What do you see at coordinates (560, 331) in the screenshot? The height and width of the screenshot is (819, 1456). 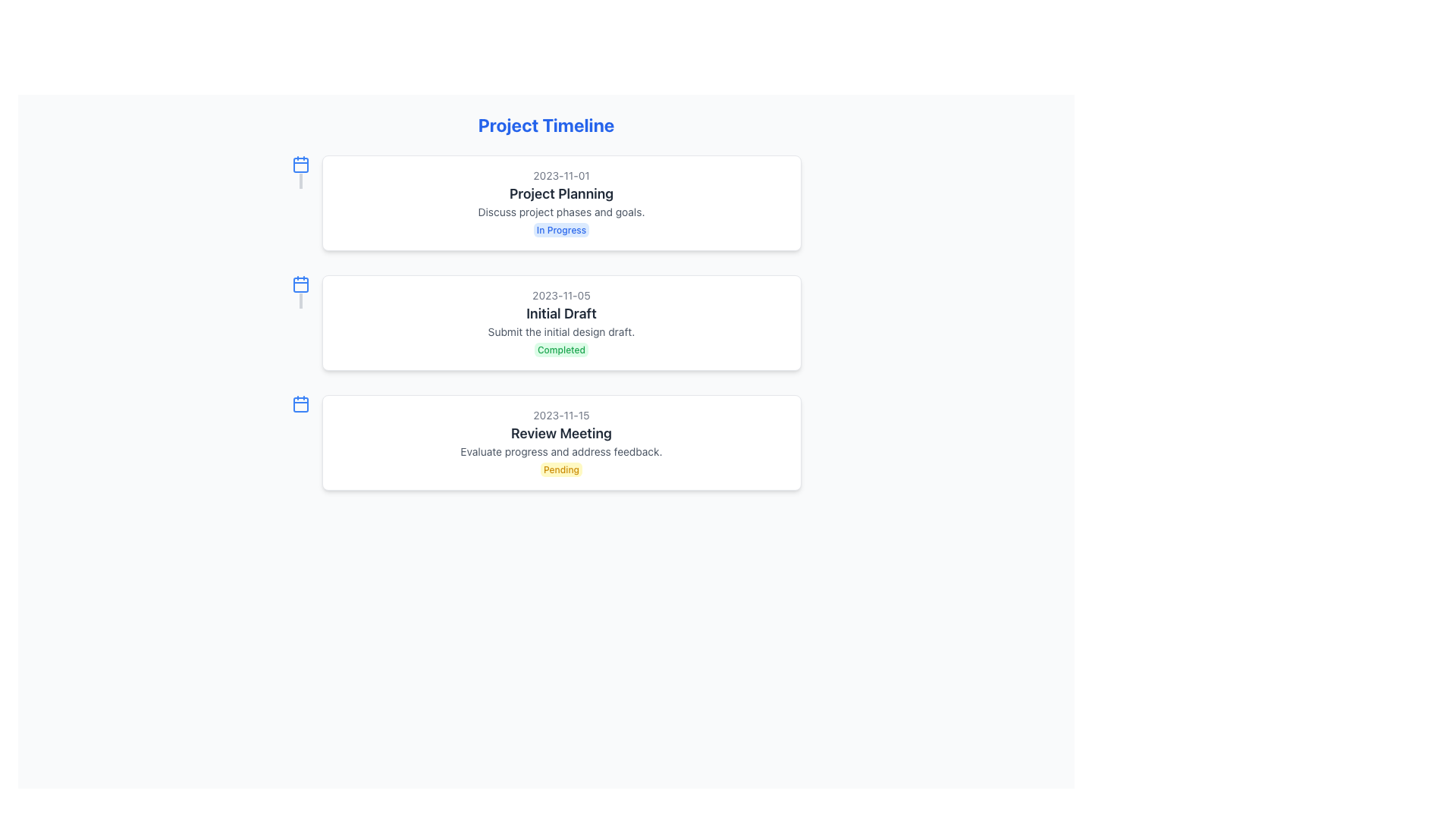 I see `the static text label displaying 'Submit the initial design draft.' located under the 'Initial Draft.' title in the second section of the timeline interface` at bounding box center [560, 331].